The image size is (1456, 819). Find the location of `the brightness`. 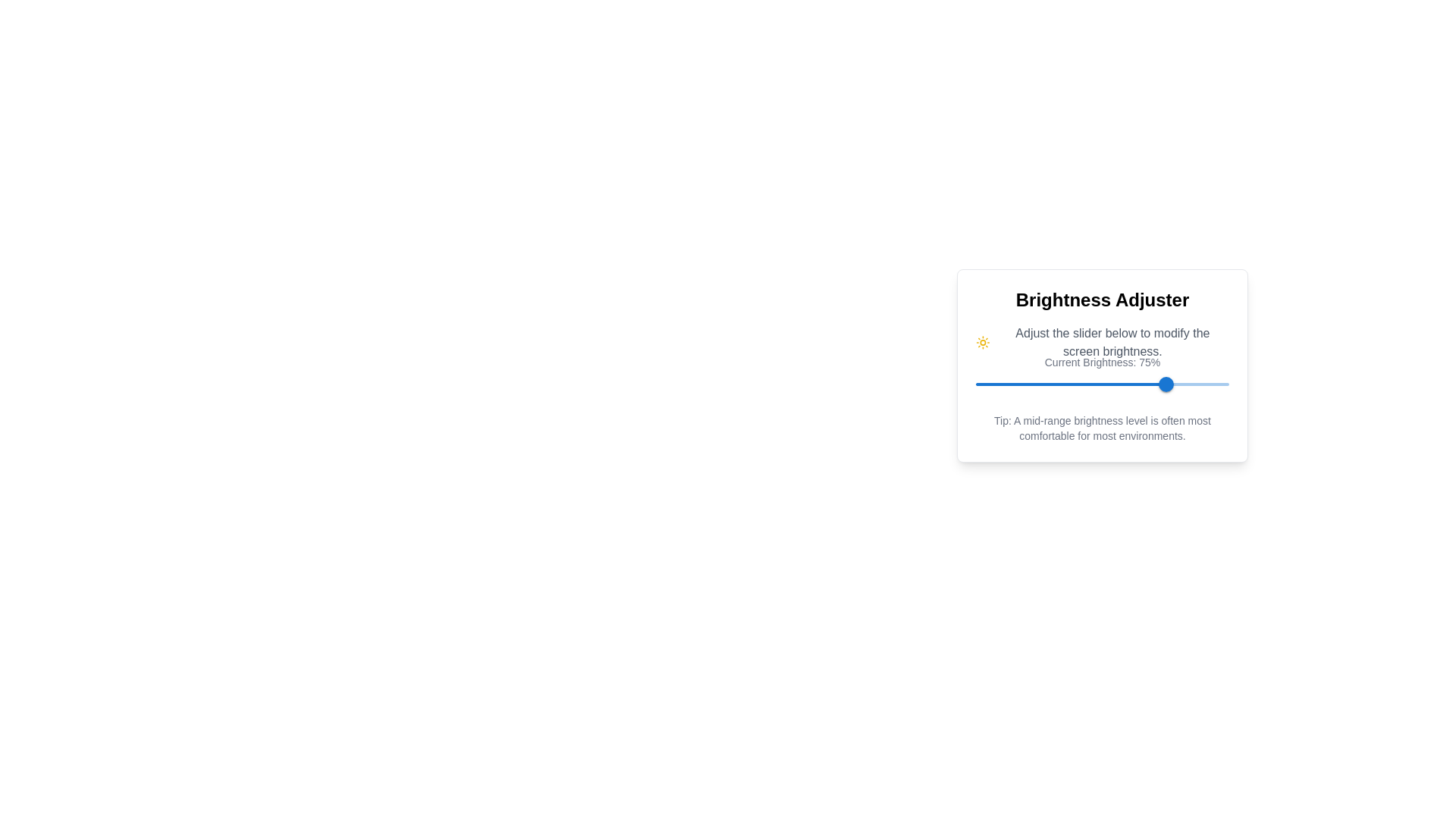

the brightness is located at coordinates (1040, 383).